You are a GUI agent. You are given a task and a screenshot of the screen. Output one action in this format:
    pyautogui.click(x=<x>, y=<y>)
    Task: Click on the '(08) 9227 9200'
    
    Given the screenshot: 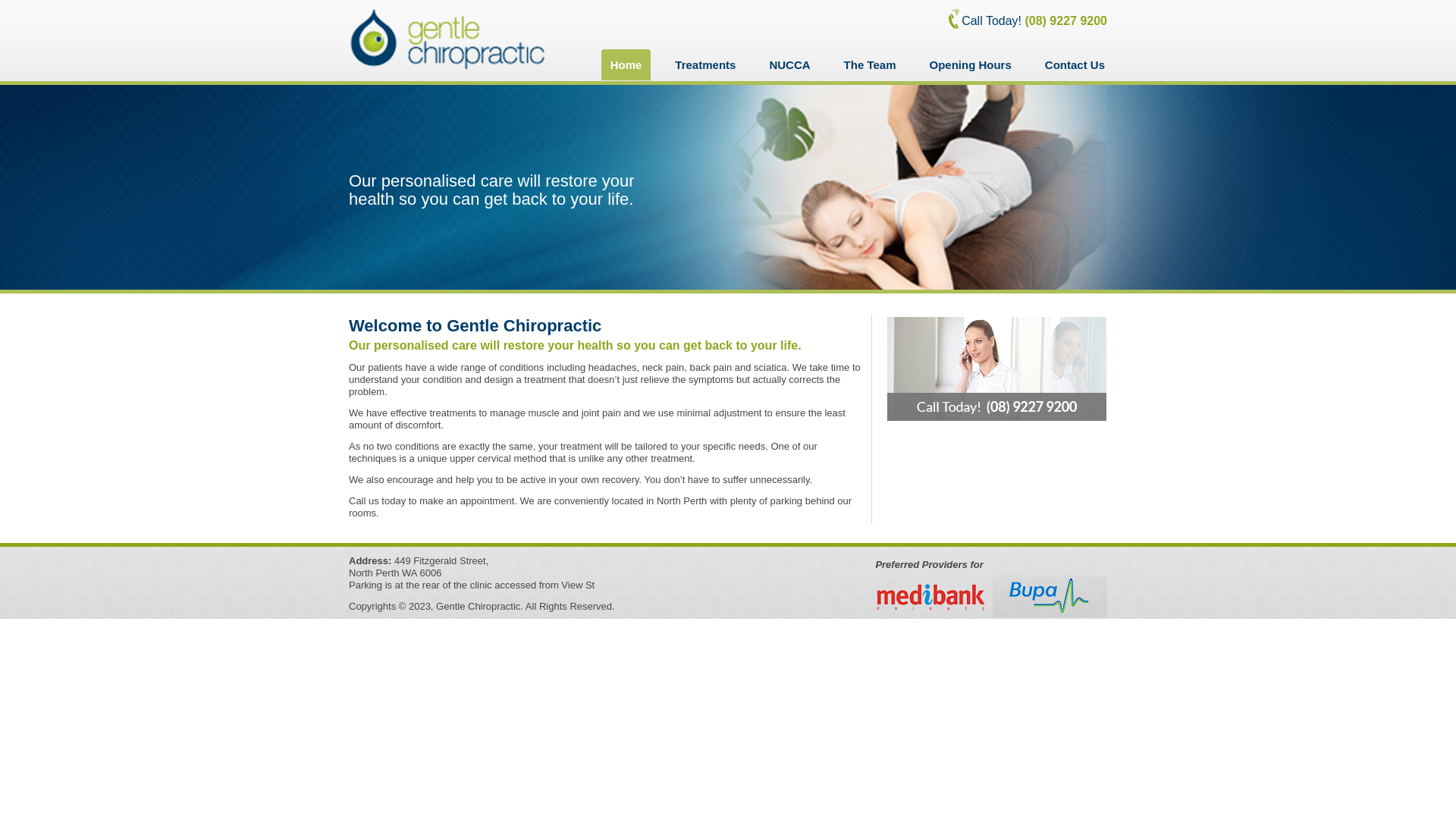 What is the action you would take?
    pyautogui.click(x=1024, y=20)
    